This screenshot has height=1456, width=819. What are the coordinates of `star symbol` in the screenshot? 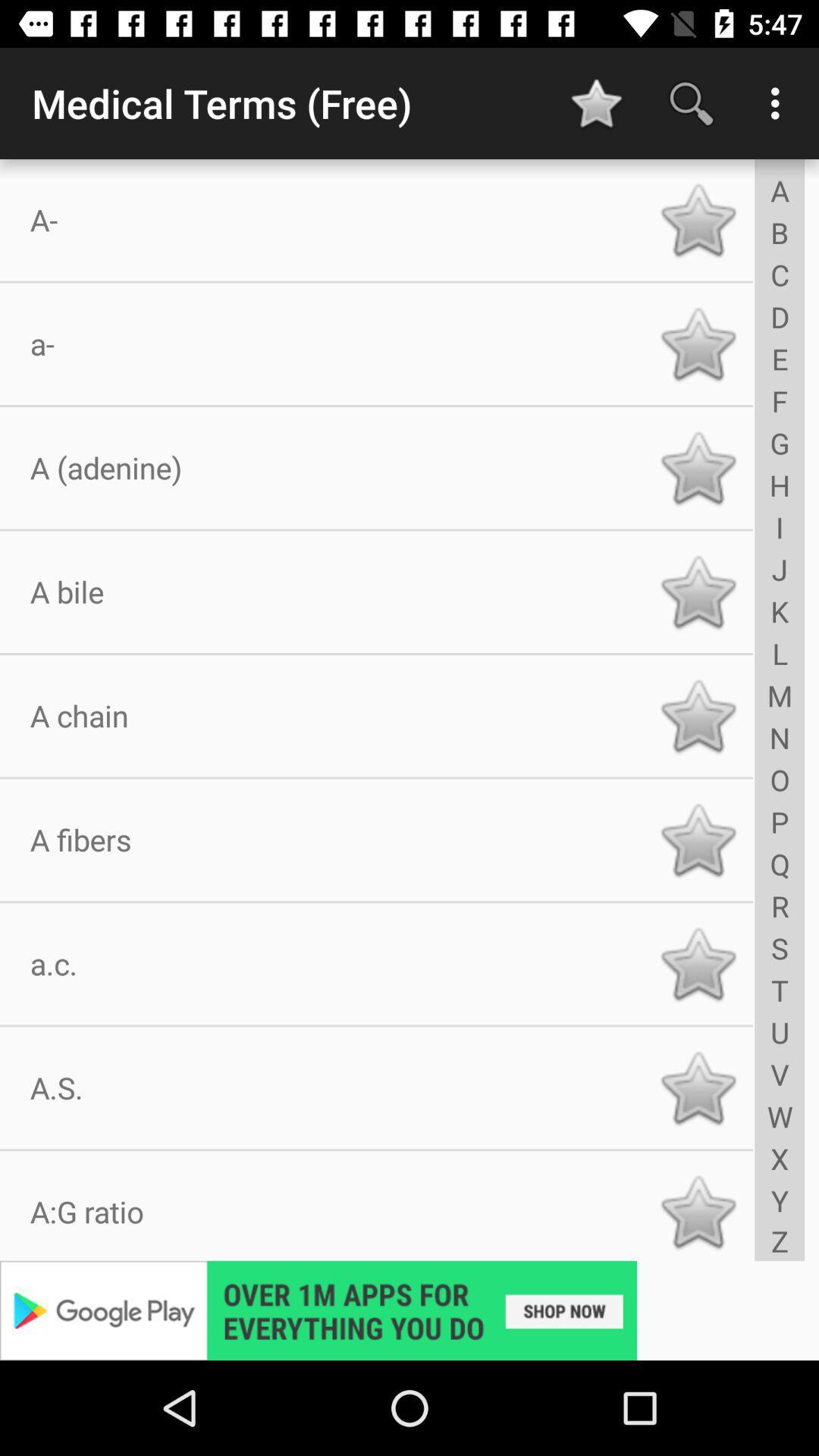 It's located at (698, 591).